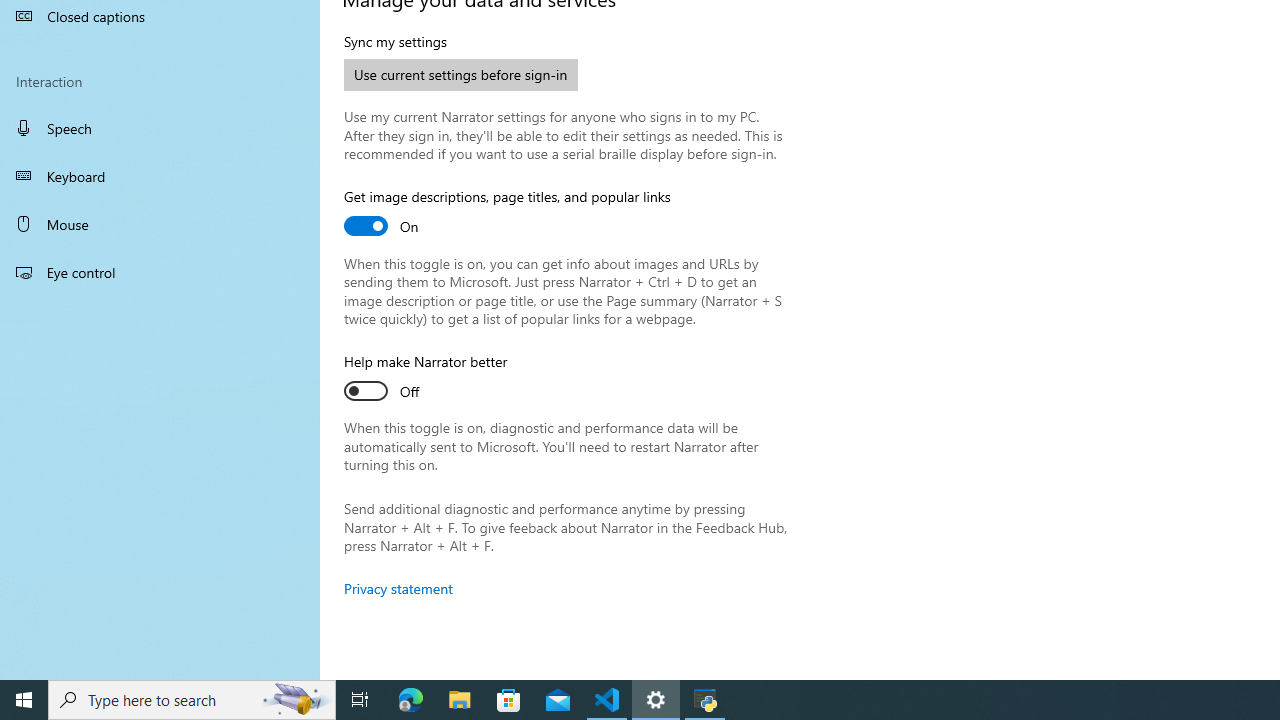 The height and width of the screenshot is (720, 1280). Describe the element at coordinates (24, 698) in the screenshot. I see `'Start'` at that location.